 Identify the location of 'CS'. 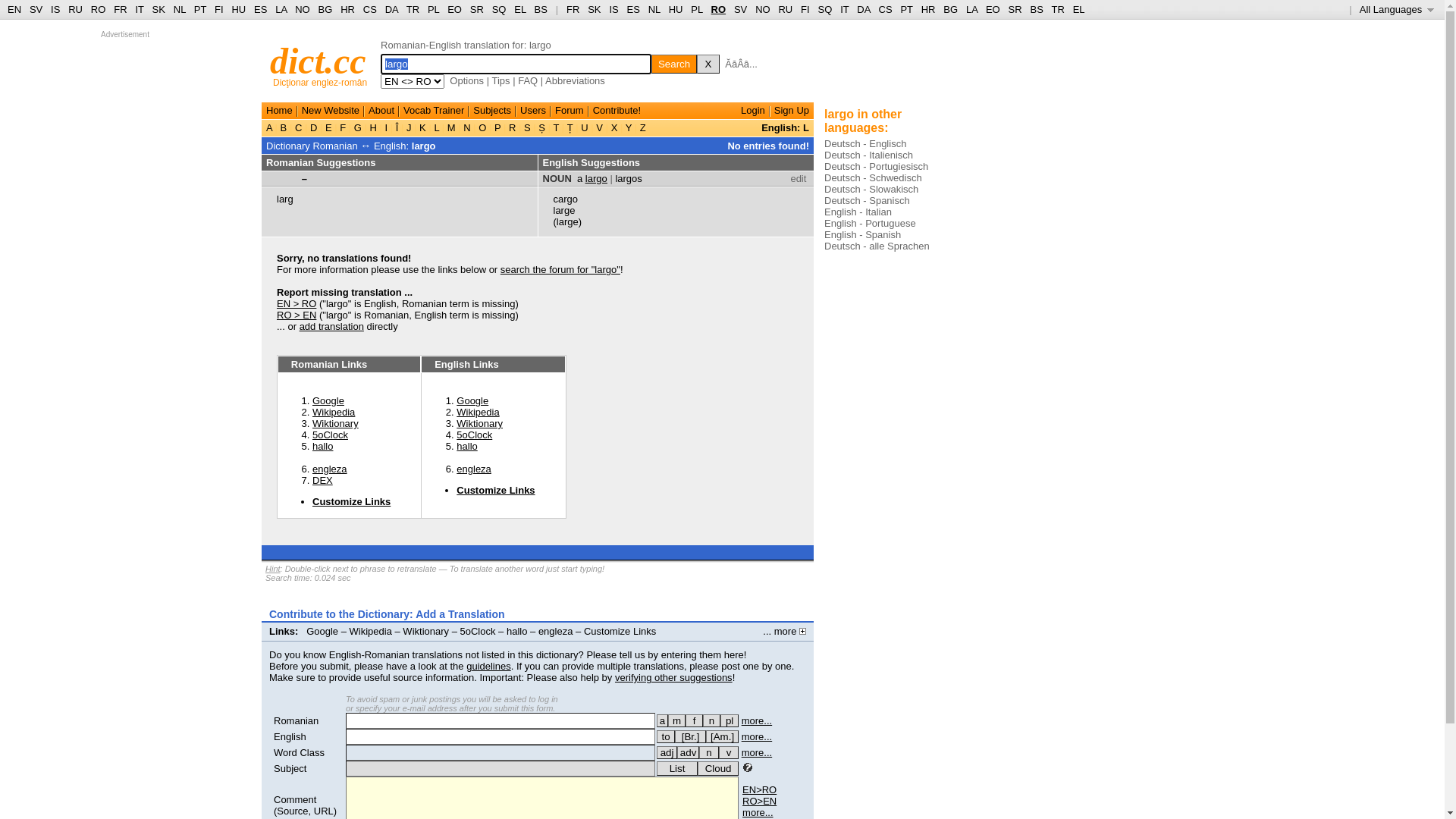
(370, 9).